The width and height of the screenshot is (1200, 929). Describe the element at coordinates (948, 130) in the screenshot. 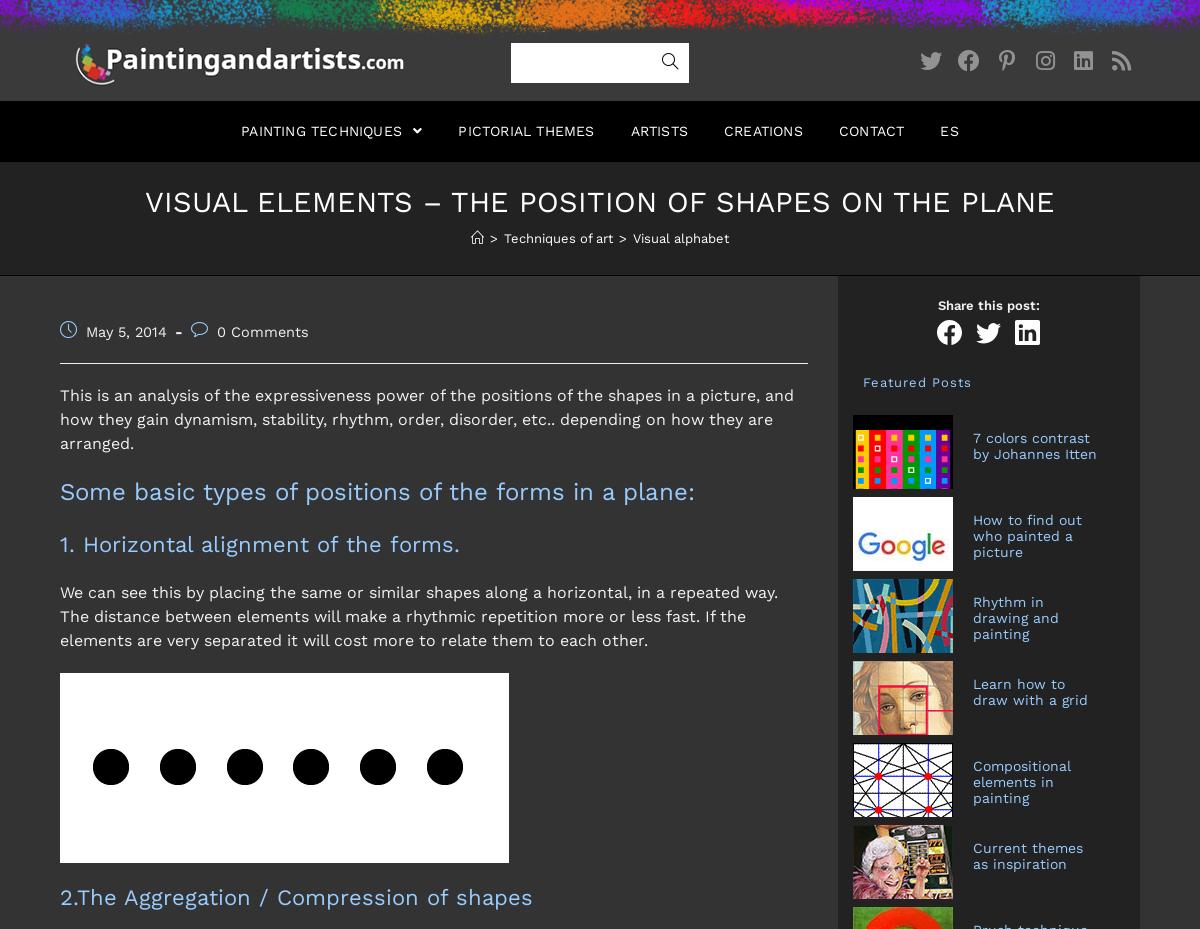

I see `'ES'` at that location.